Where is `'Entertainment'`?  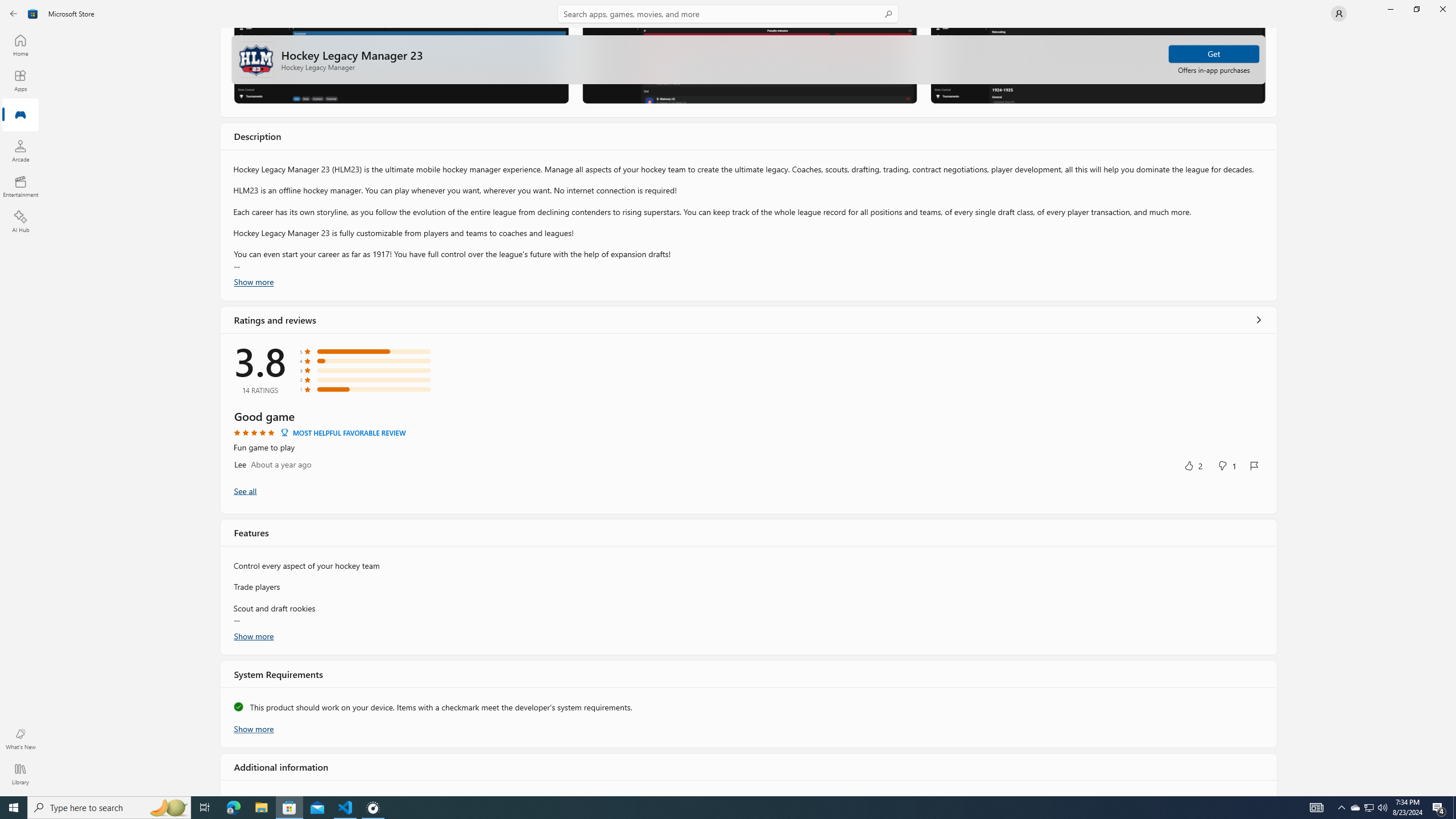
'Entertainment' is located at coordinates (19, 185).